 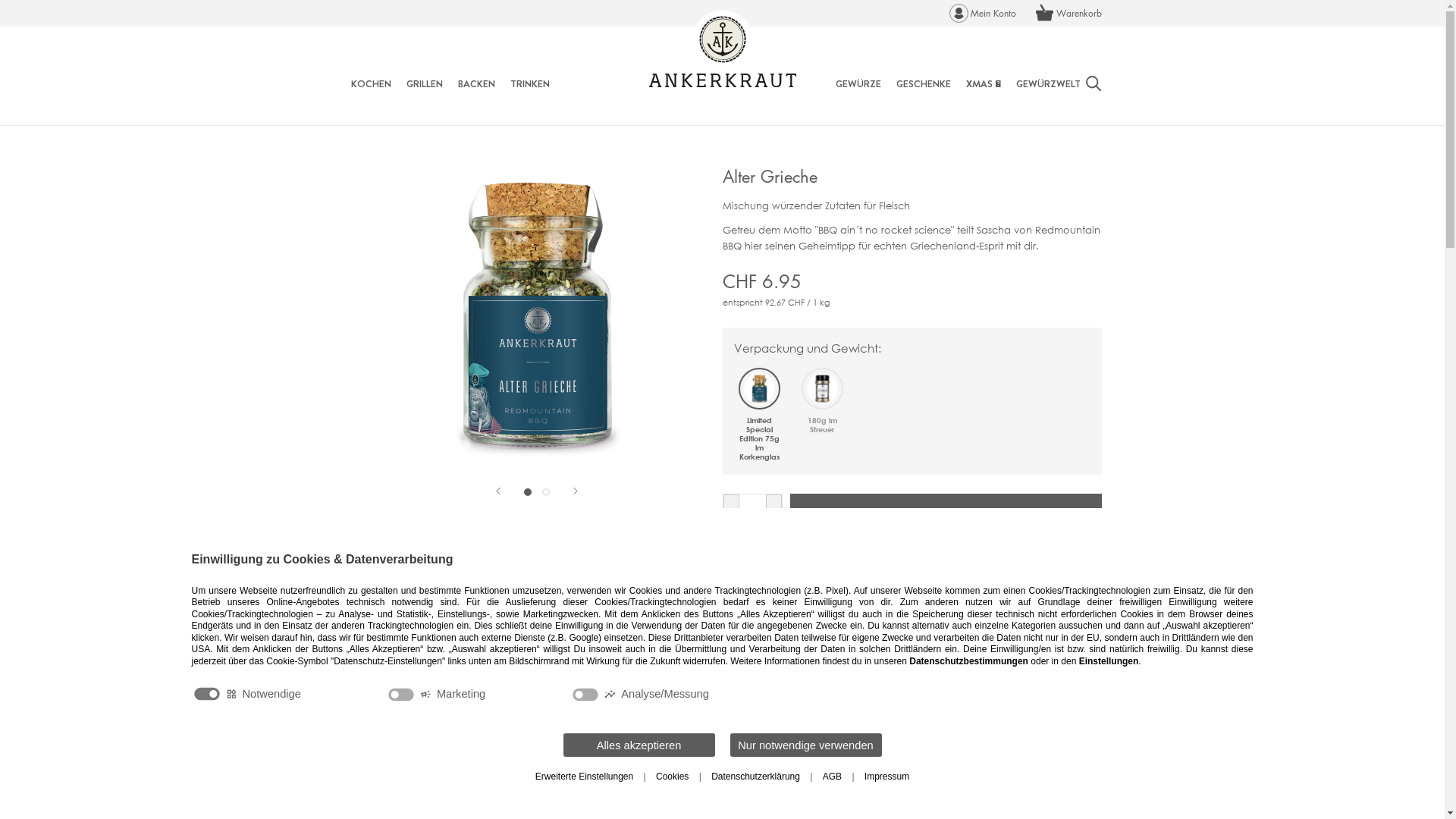 What do you see at coordinates (648, 776) in the screenshot?
I see `'Cookies'` at bounding box center [648, 776].